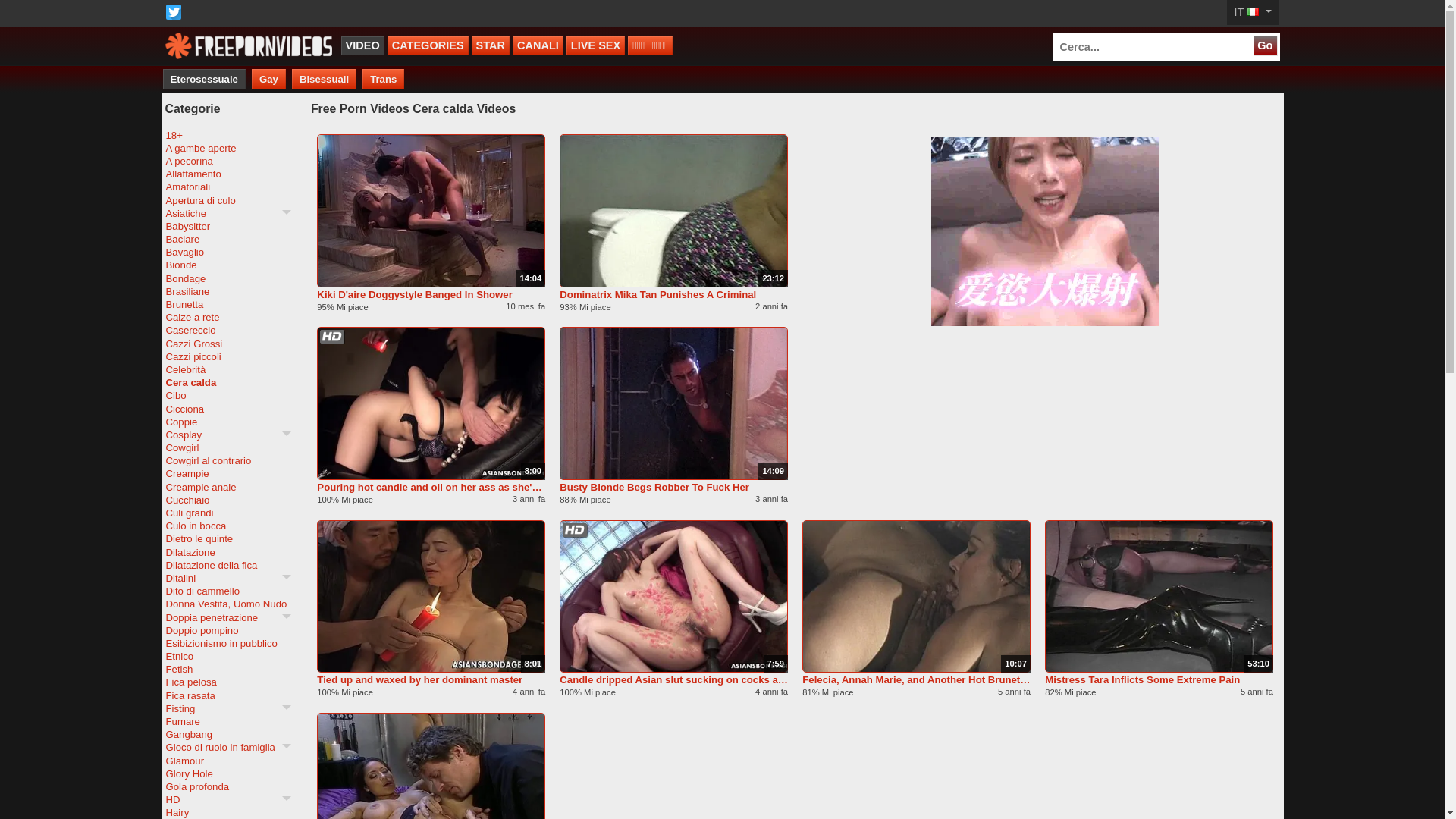  What do you see at coordinates (165, 643) in the screenshot?
I see `'Esibizionismo in pubblico'` at bounding box center [165, 643].